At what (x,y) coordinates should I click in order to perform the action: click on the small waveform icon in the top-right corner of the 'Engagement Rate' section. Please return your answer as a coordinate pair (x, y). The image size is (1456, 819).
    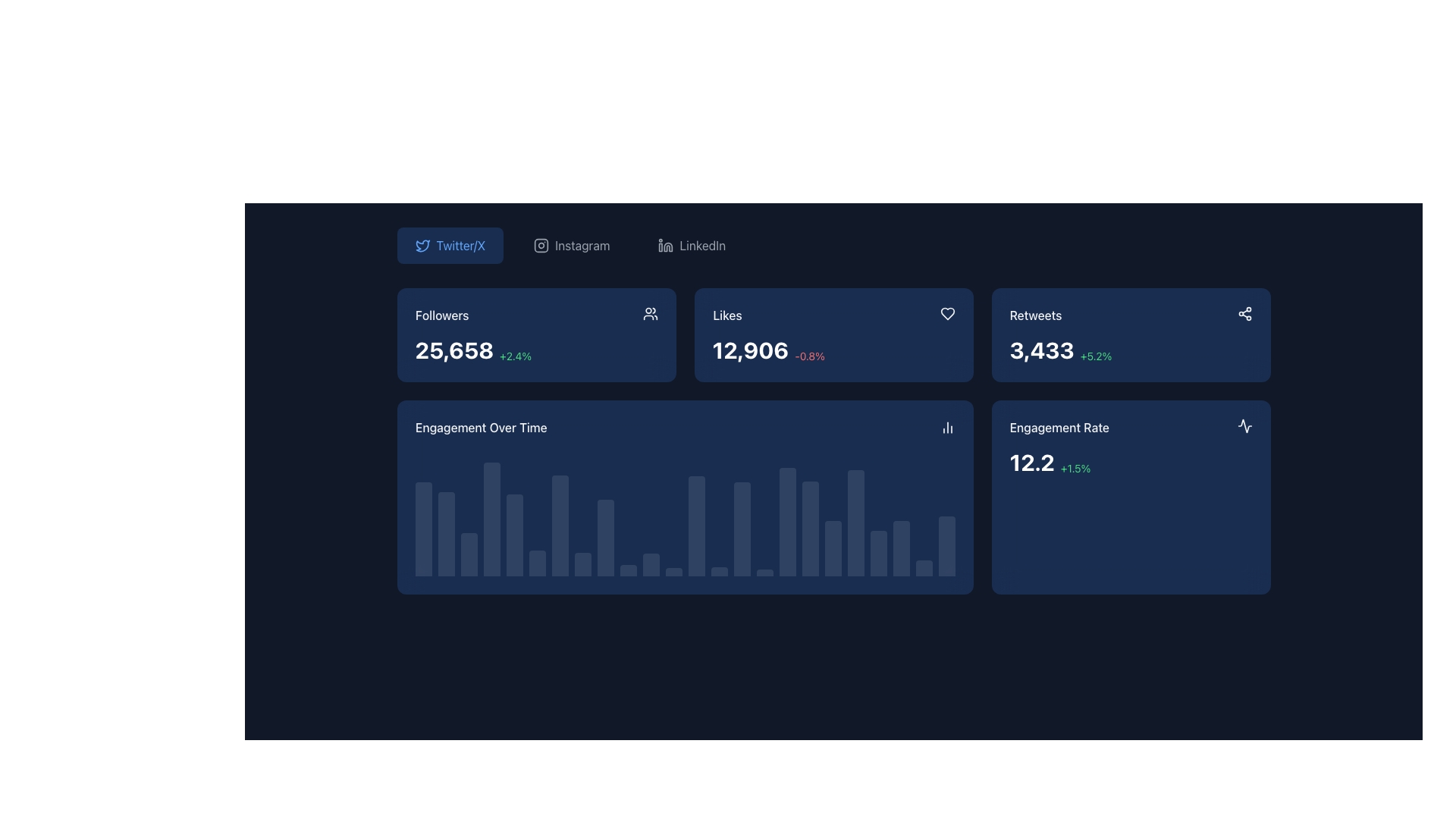
    Looking at the image, I should click on (1244, 426).